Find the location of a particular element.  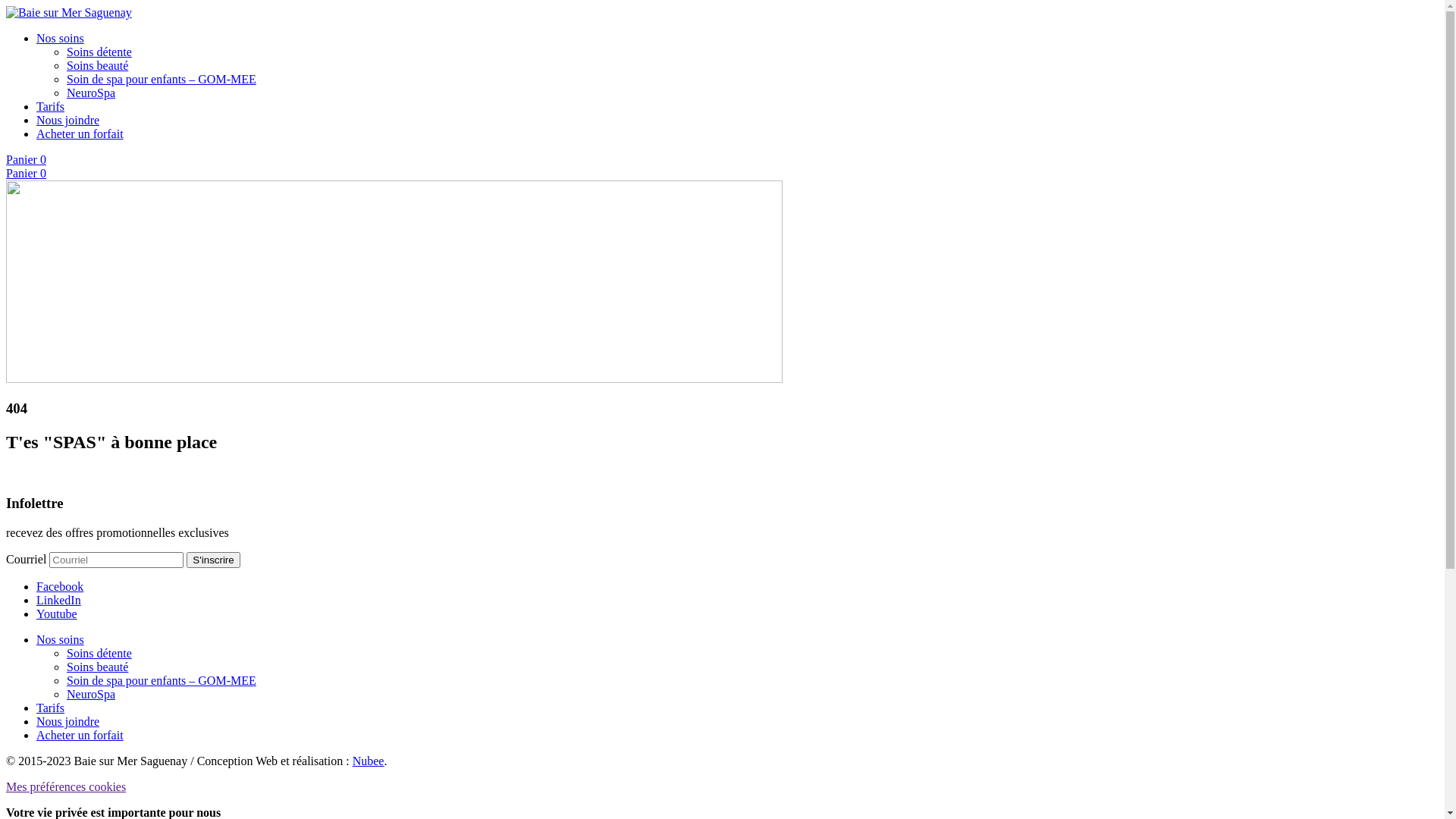

'Tarifs' is located at coordinates (36, 708).